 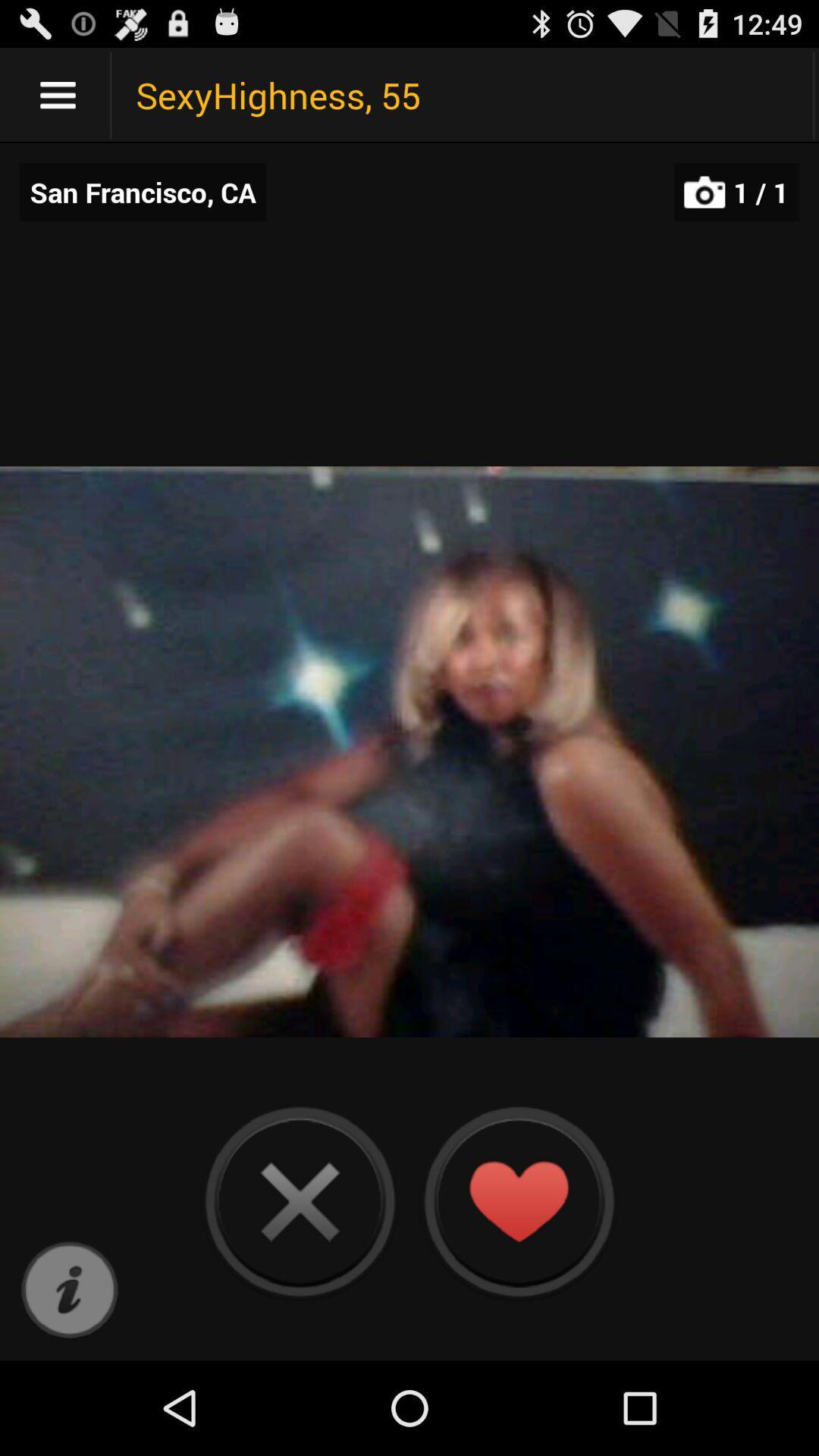 What do you see at coordinates (517, 1200) in the screenshot?
I see `profile` at bounding box center [517, 1200].